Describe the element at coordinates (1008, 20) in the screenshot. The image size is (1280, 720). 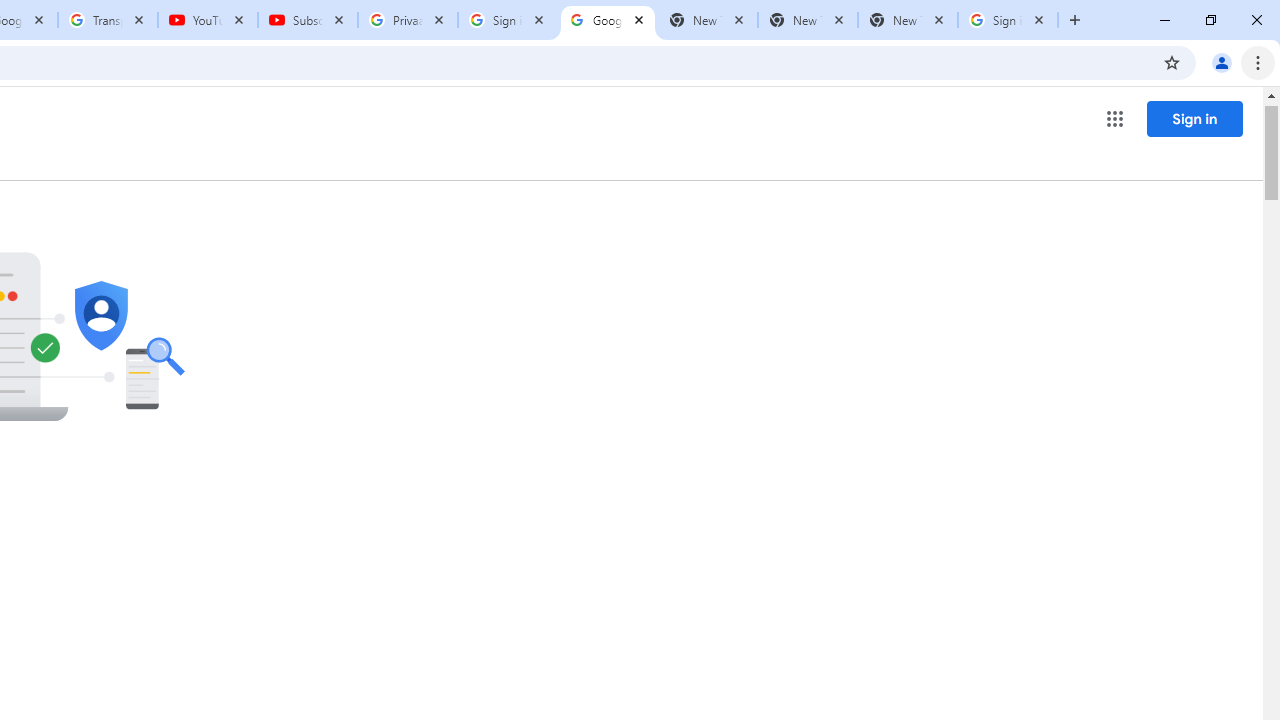
I see `'Sign in - Google Accounts'` at that location.